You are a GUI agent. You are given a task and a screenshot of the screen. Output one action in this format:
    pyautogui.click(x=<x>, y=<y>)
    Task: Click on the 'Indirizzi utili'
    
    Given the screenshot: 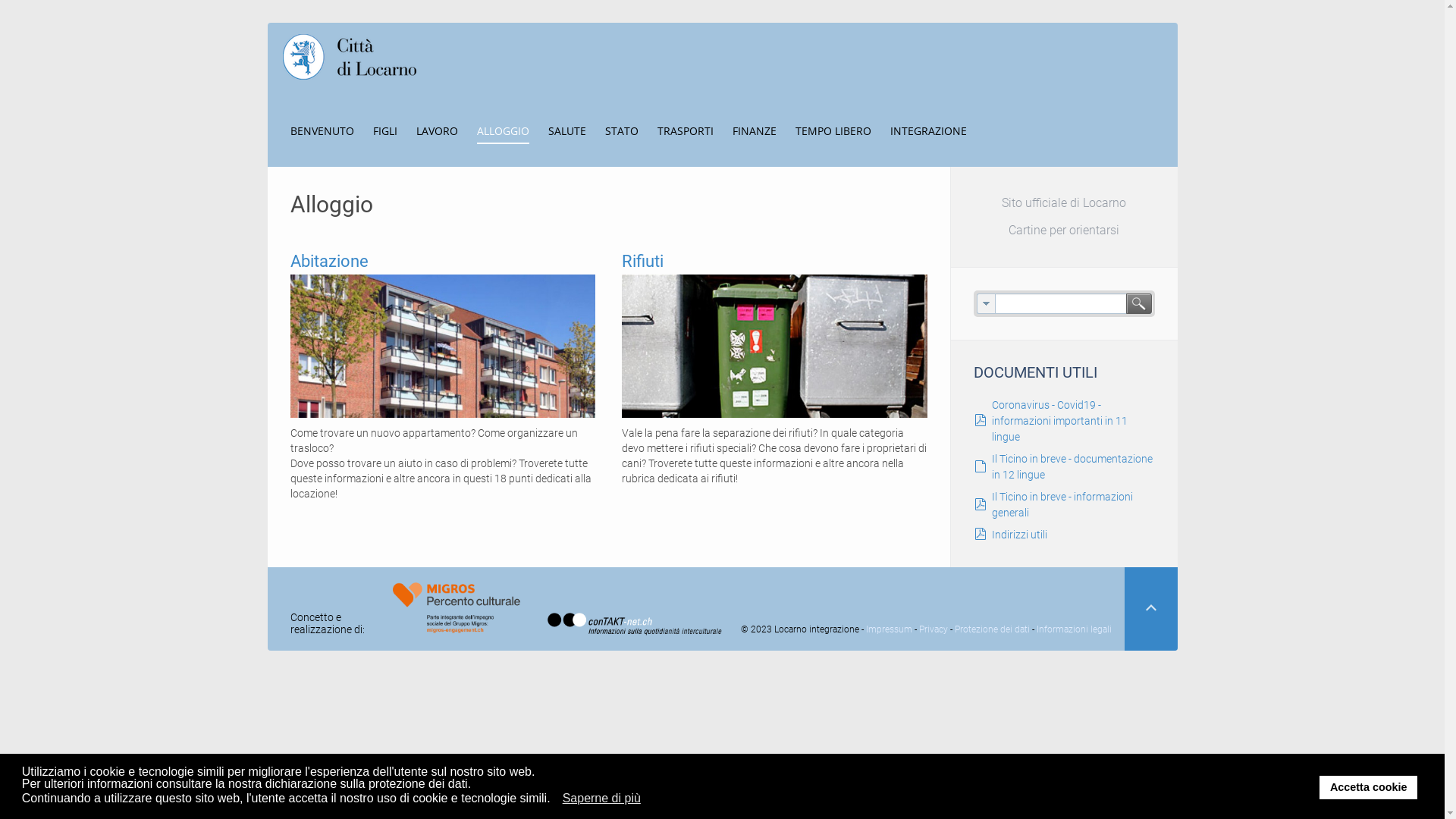 What is the action you would take?
    pyautogui.click(x=1019, y=534)
    